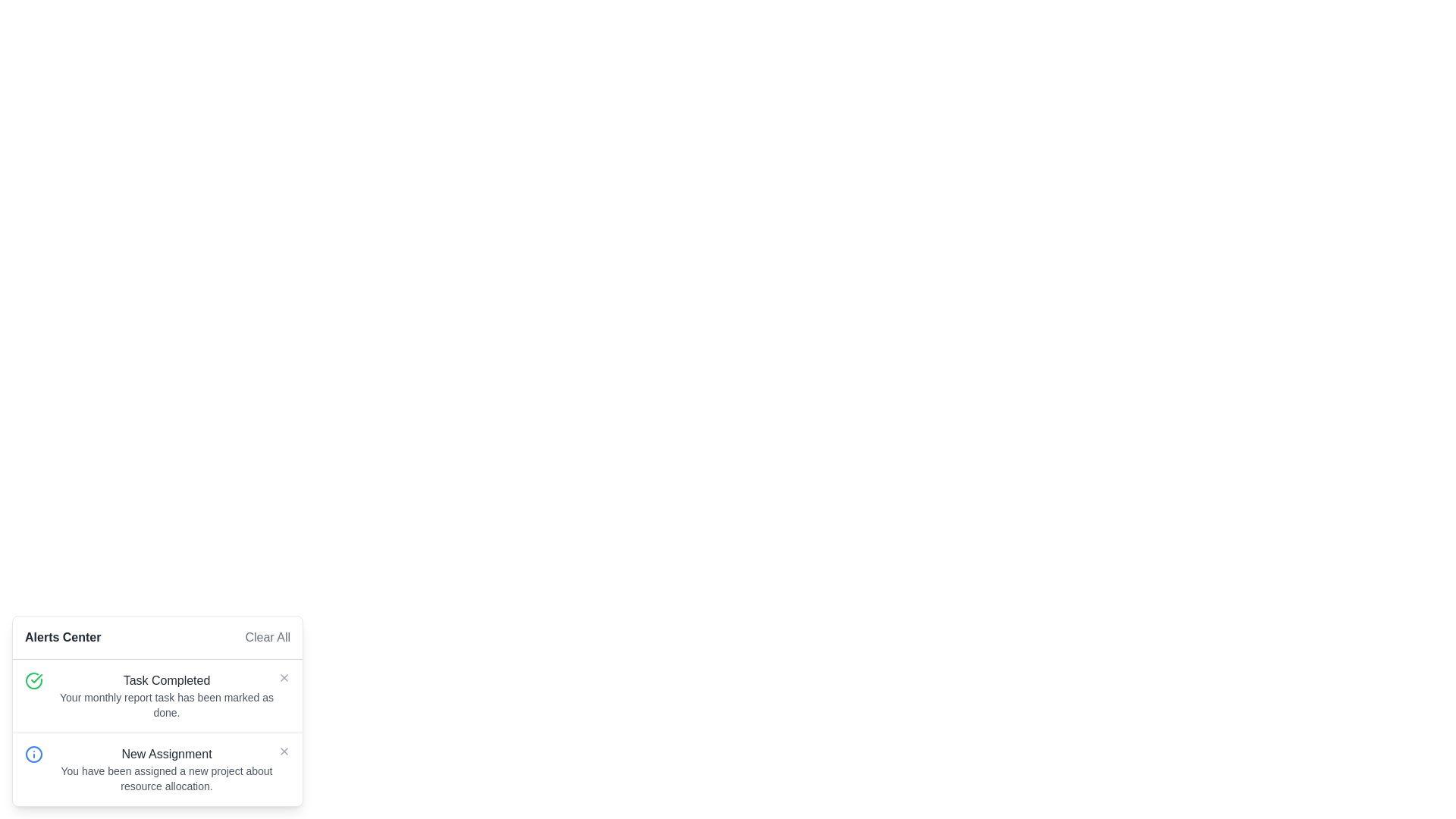  Describe the element at coordinates (33, 680) in the screenshot. I see `the circular icon representing a checkmark in the 'Alerts Center' popup, which indicates 'Task Completed'` at that location.